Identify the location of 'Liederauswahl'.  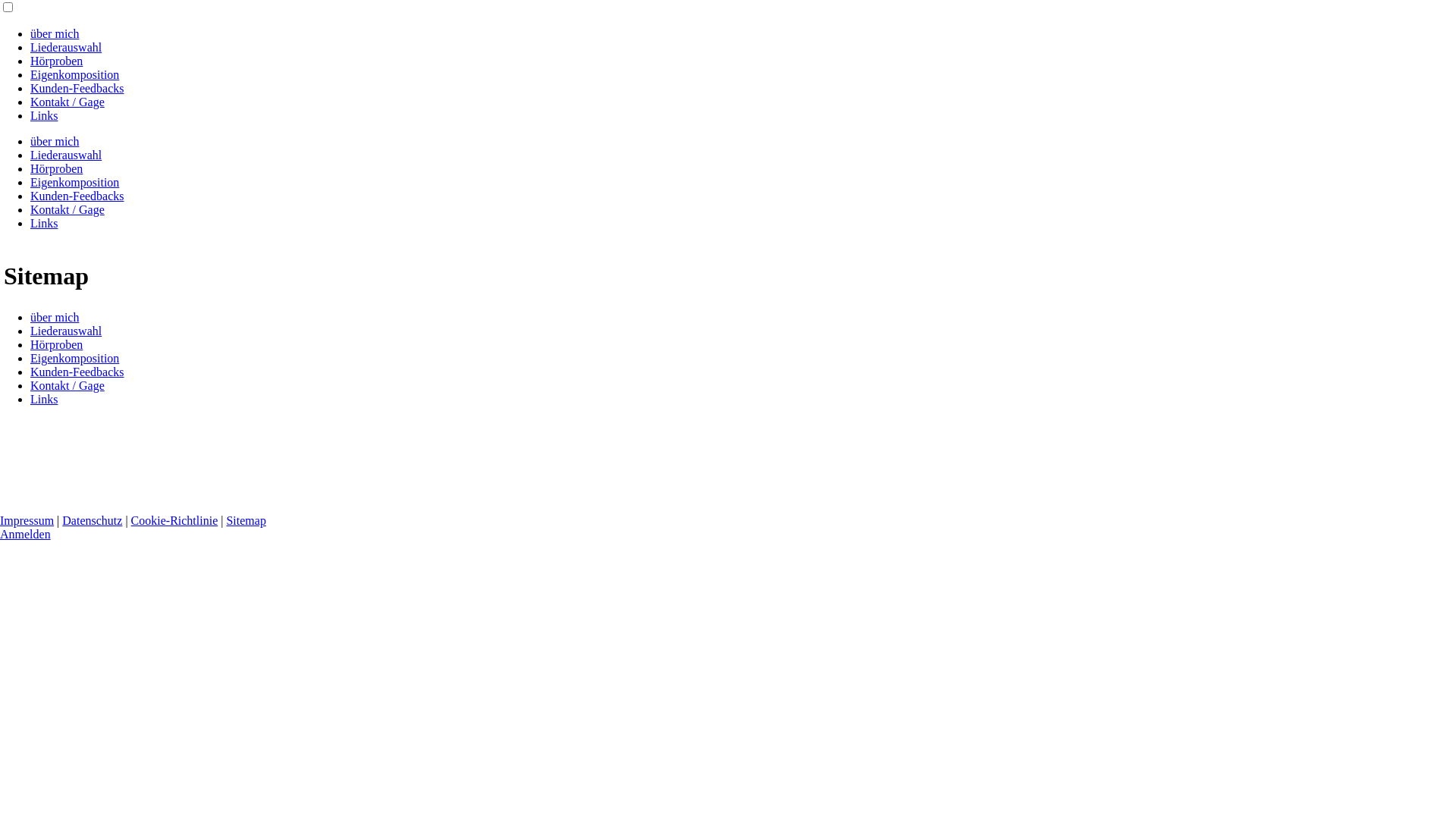
(64, 46).